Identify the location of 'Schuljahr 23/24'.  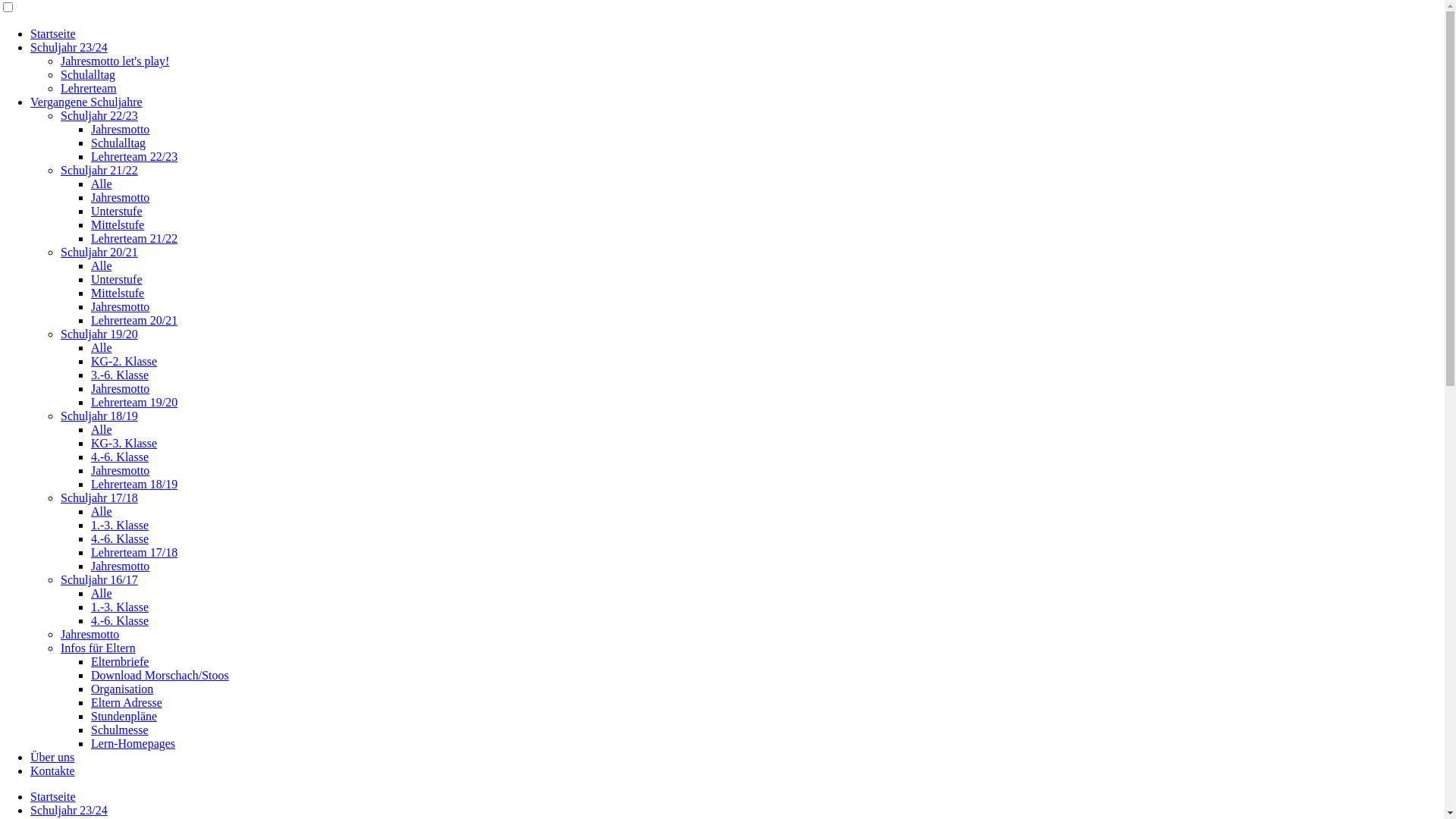
(30, 46).